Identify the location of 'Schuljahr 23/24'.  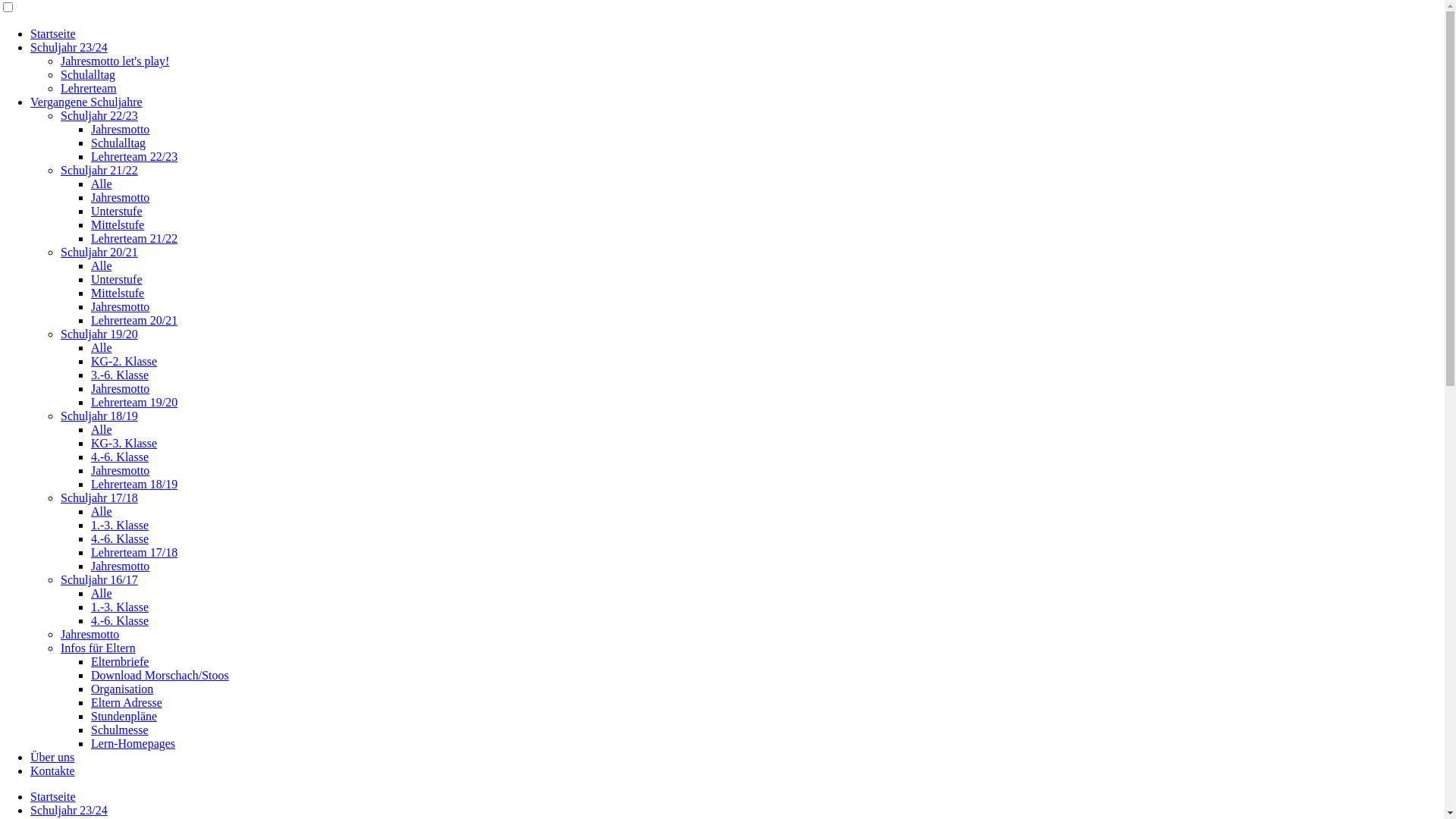
(30, 46).